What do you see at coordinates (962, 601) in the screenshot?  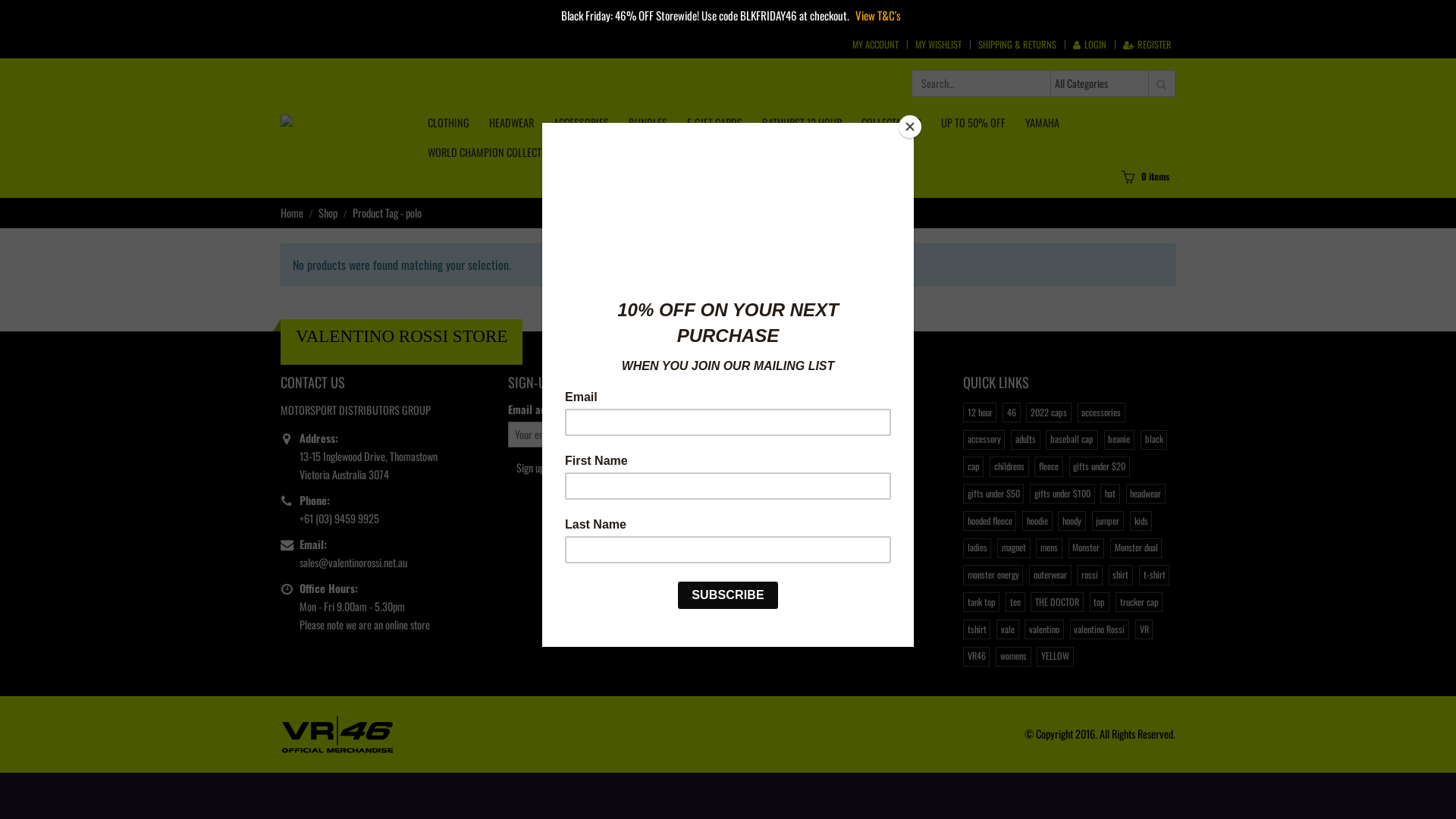 I see `'tank top'` at bounding box center [962, 601].